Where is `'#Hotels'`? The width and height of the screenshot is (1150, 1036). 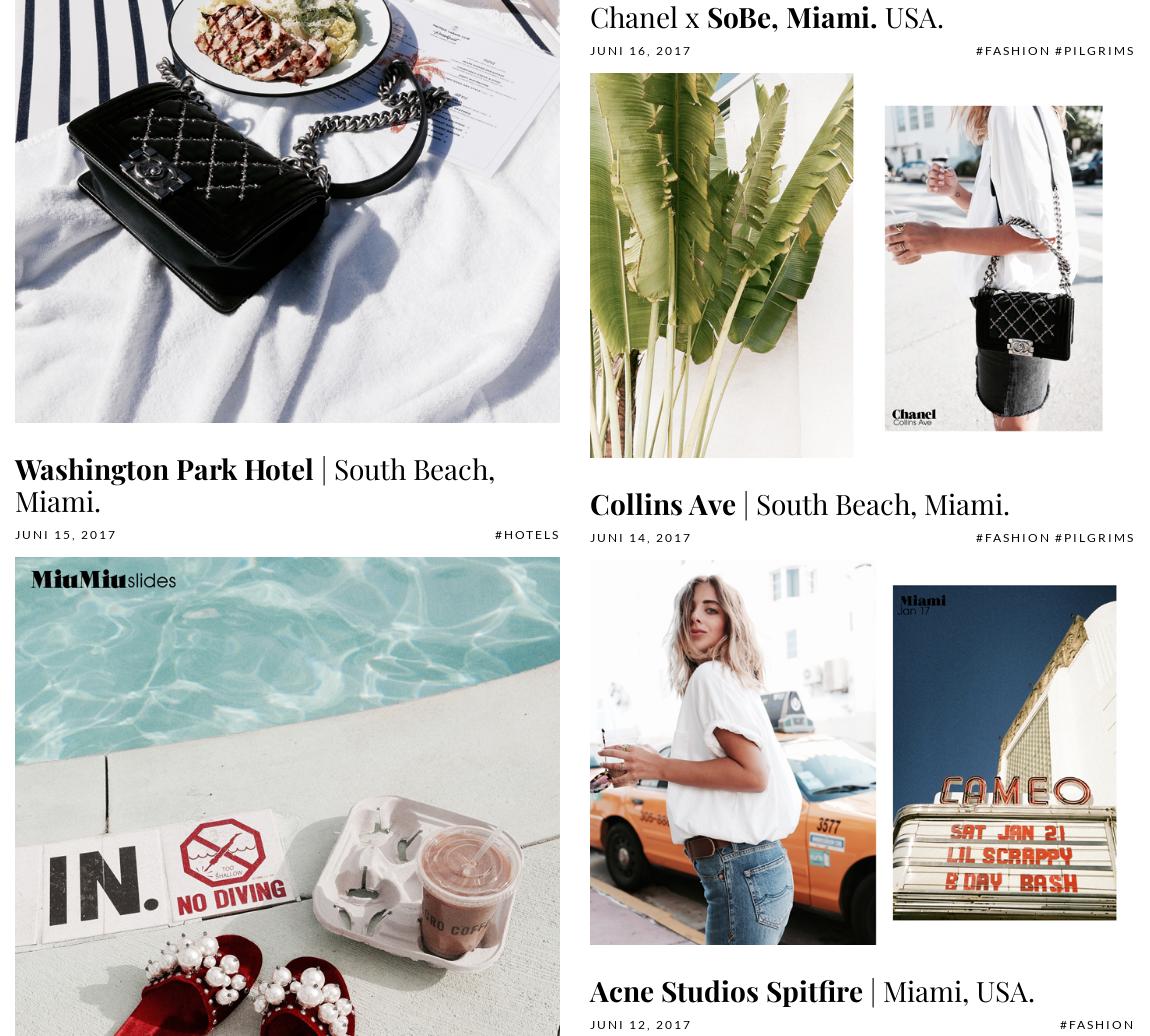 '#Hotels' is located at coordinates (494, 534).